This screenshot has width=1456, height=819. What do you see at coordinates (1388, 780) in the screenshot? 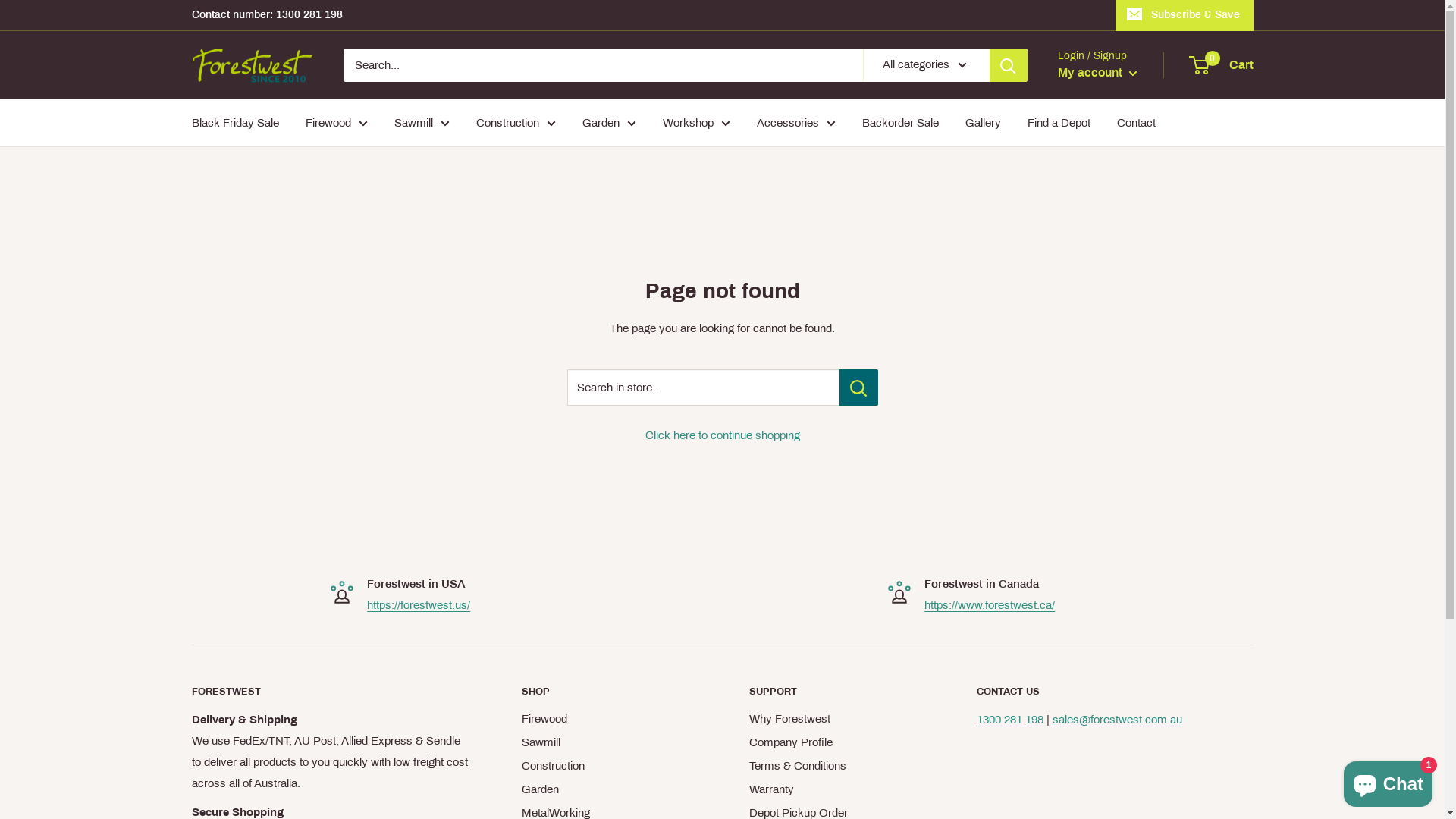
I see `'Shopify online store chat'` at bounding box center [1388, 780].